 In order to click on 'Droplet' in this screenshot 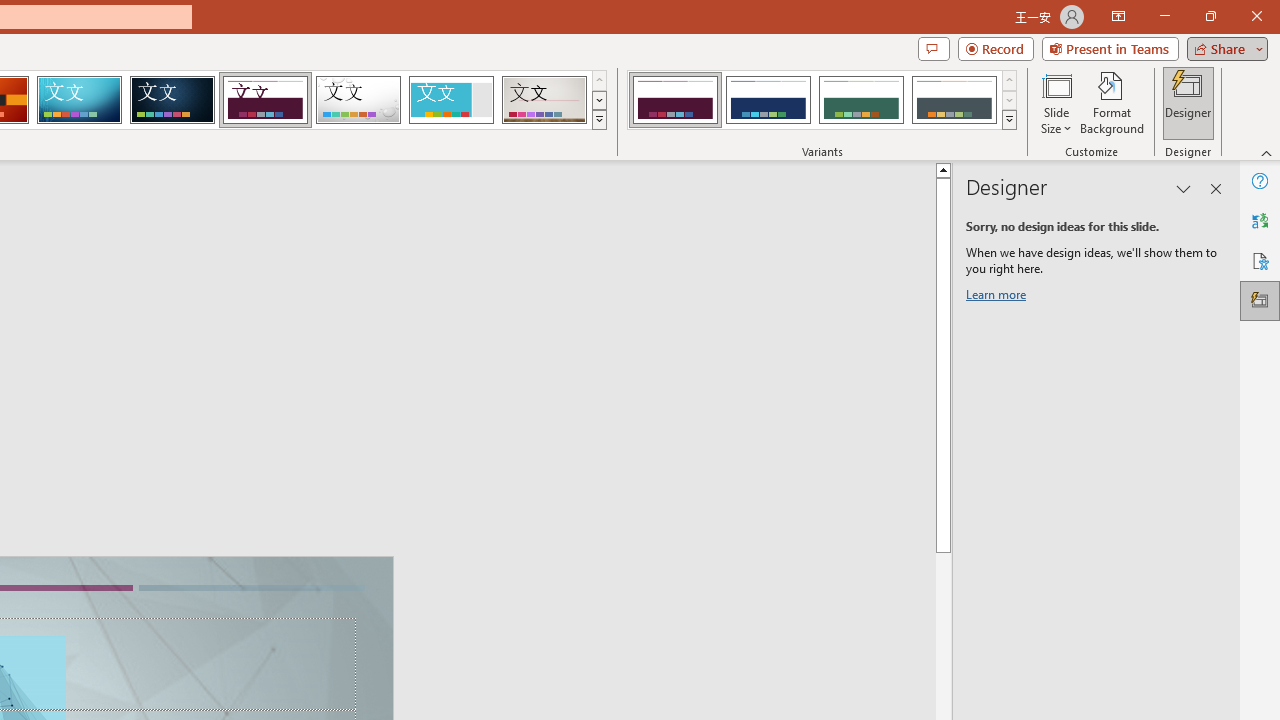, I will do `click(358, 100)`.